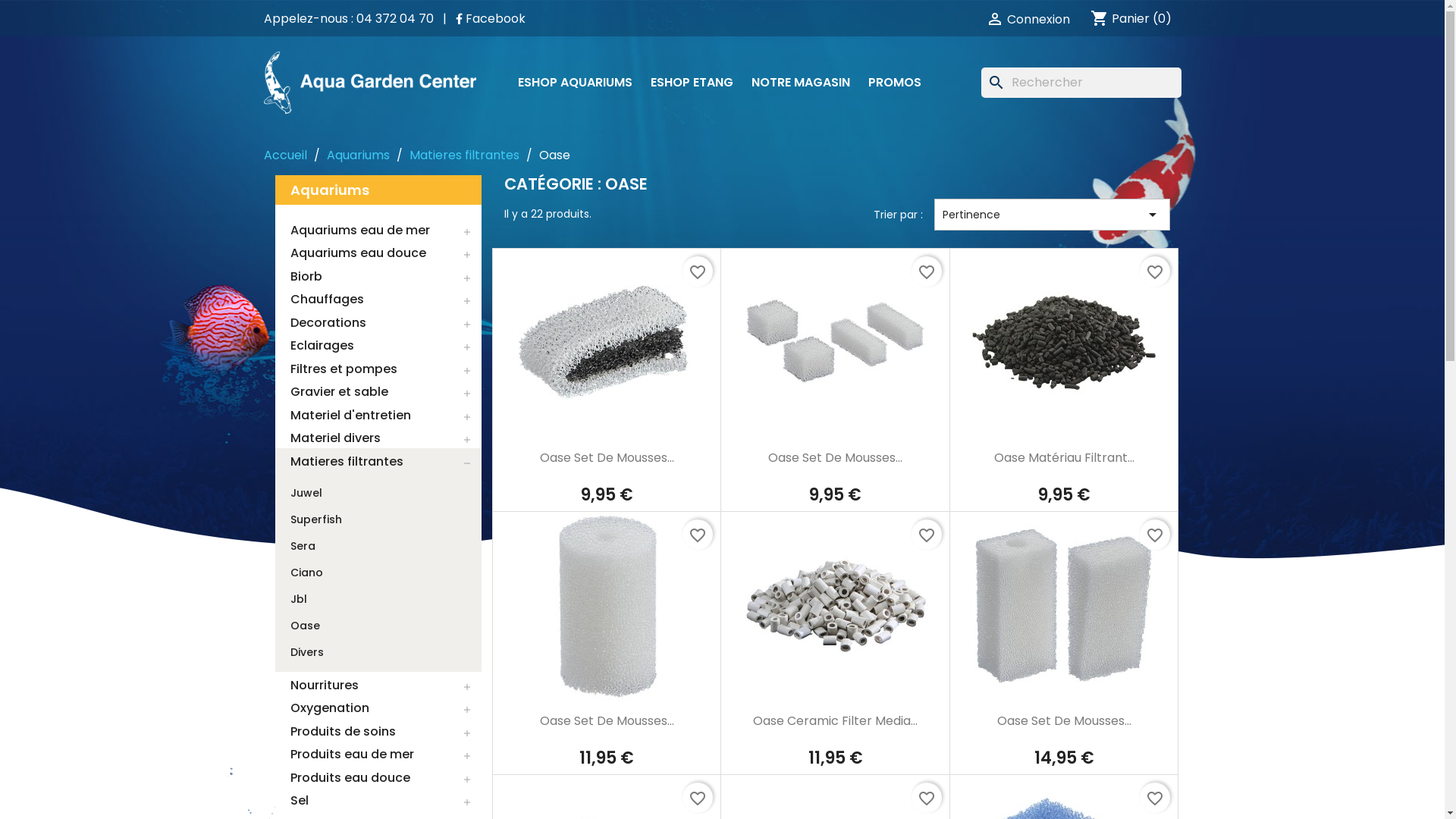 This screenshot has width=1456, height=819. Describe the element at coordinates (378, 415) in the screenshot. I see `'Materiel d'entretien'` at that location.